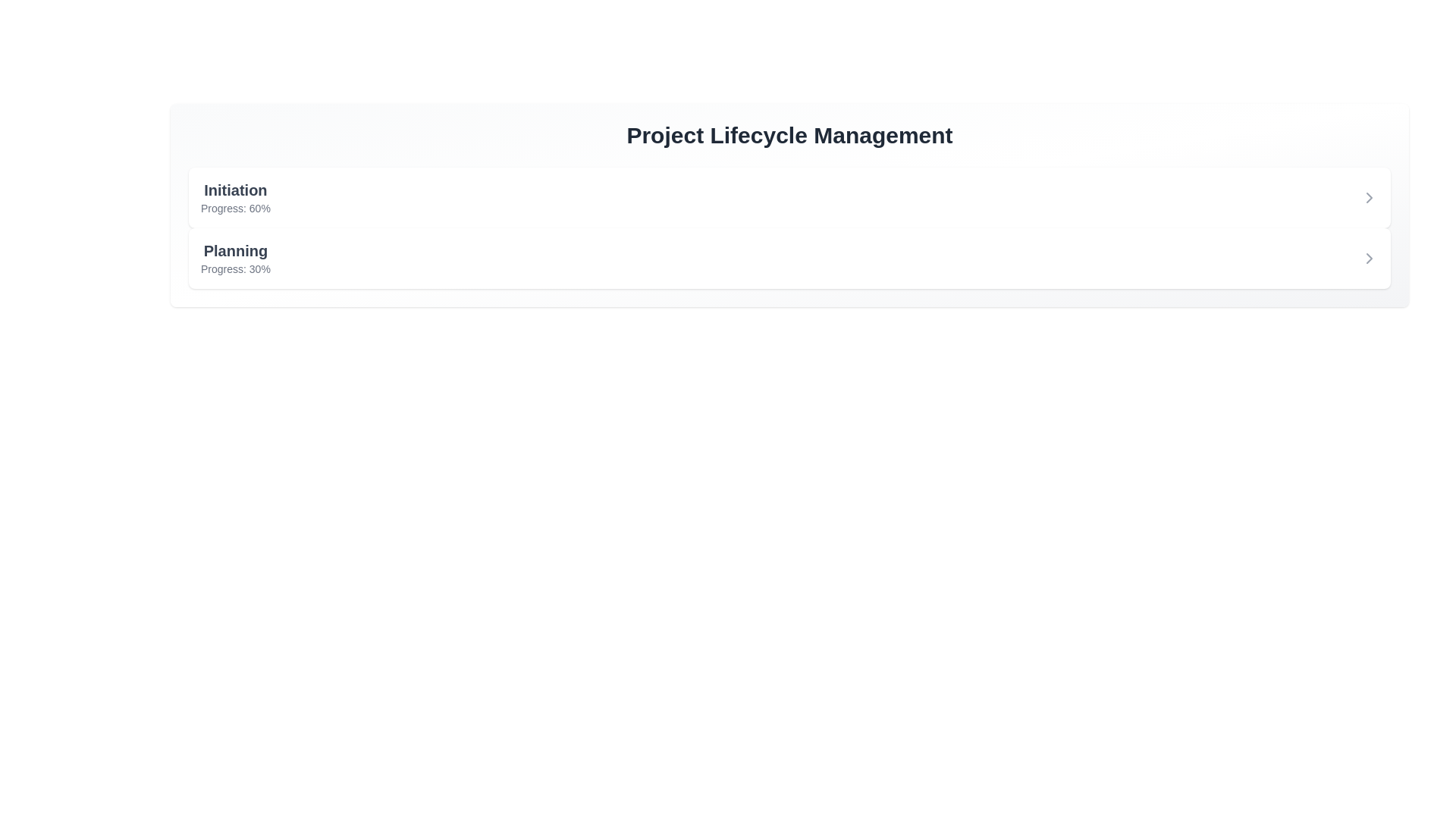 The image size is (1456, 819). I want to click on the progress text label indicating 30% completion, located below the 'Planning' text within the 'Project Lifecycle Management' section, so click(234, 268).